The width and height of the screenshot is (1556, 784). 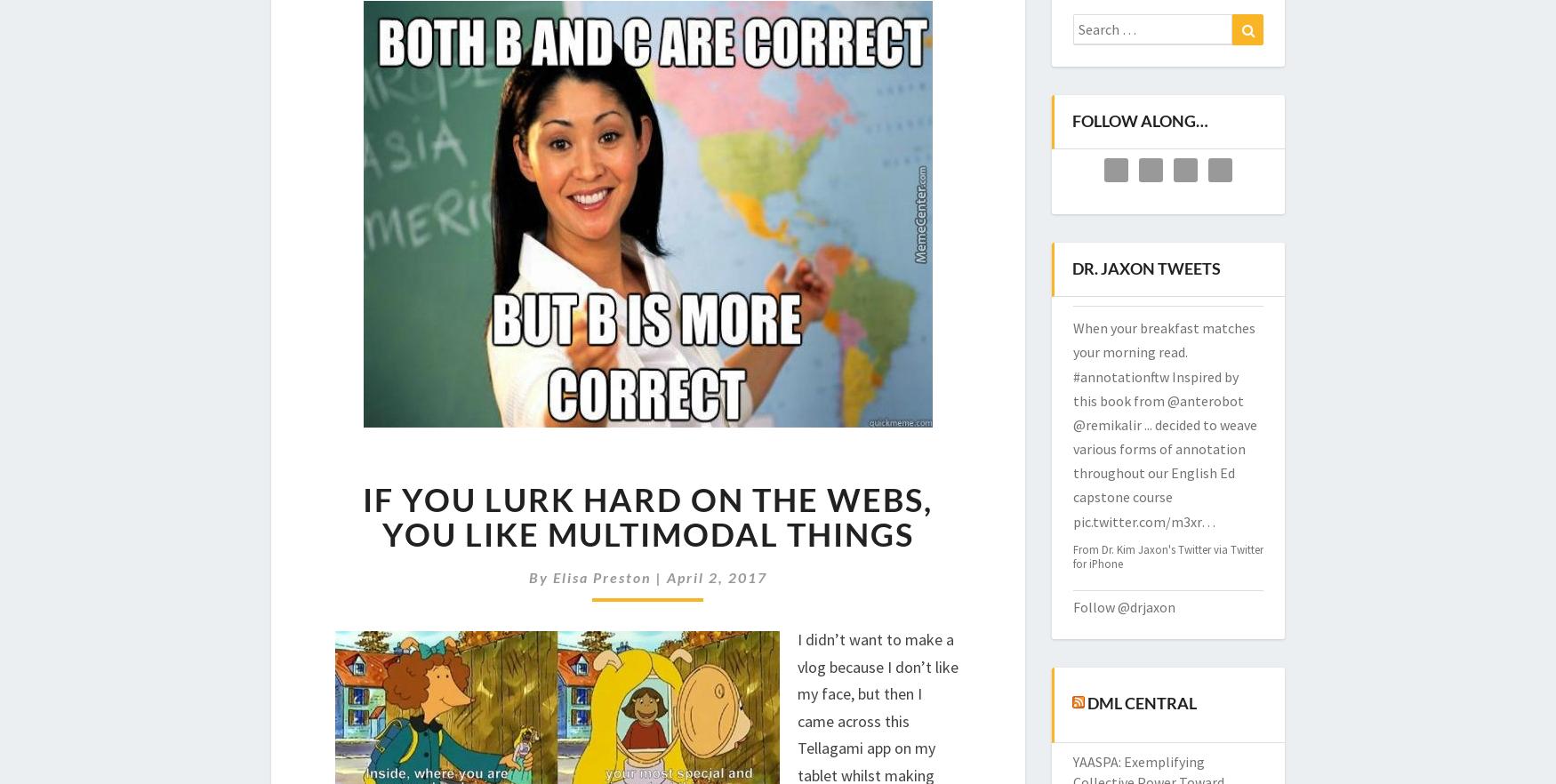 What do you see at coordinates (1087, 701) in the screenshot?
I see `'DML Central'` at bounding box center [1087, 701].